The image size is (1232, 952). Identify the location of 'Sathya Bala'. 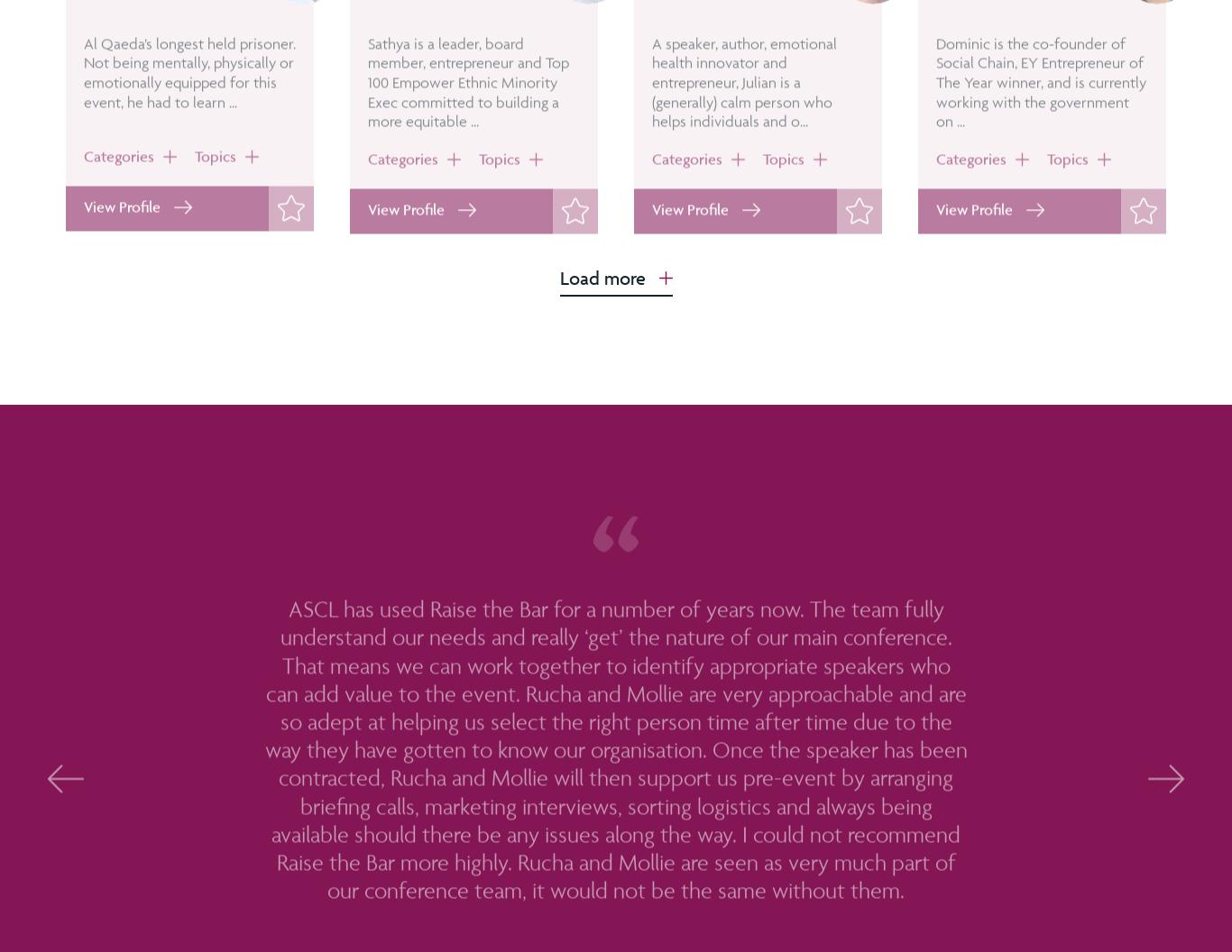
(421, 36).